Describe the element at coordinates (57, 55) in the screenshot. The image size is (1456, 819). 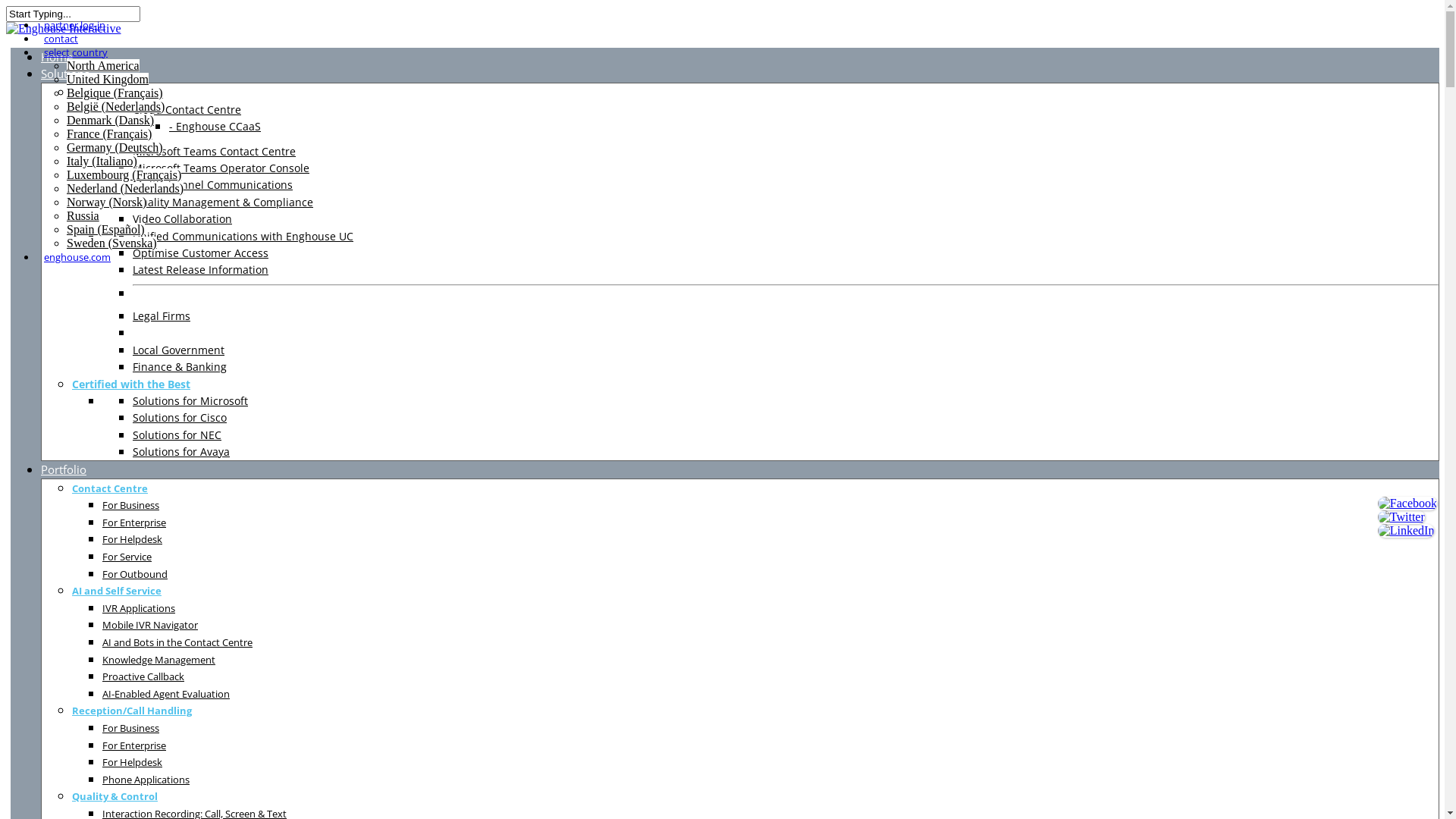
I see `'Home'` at that location.